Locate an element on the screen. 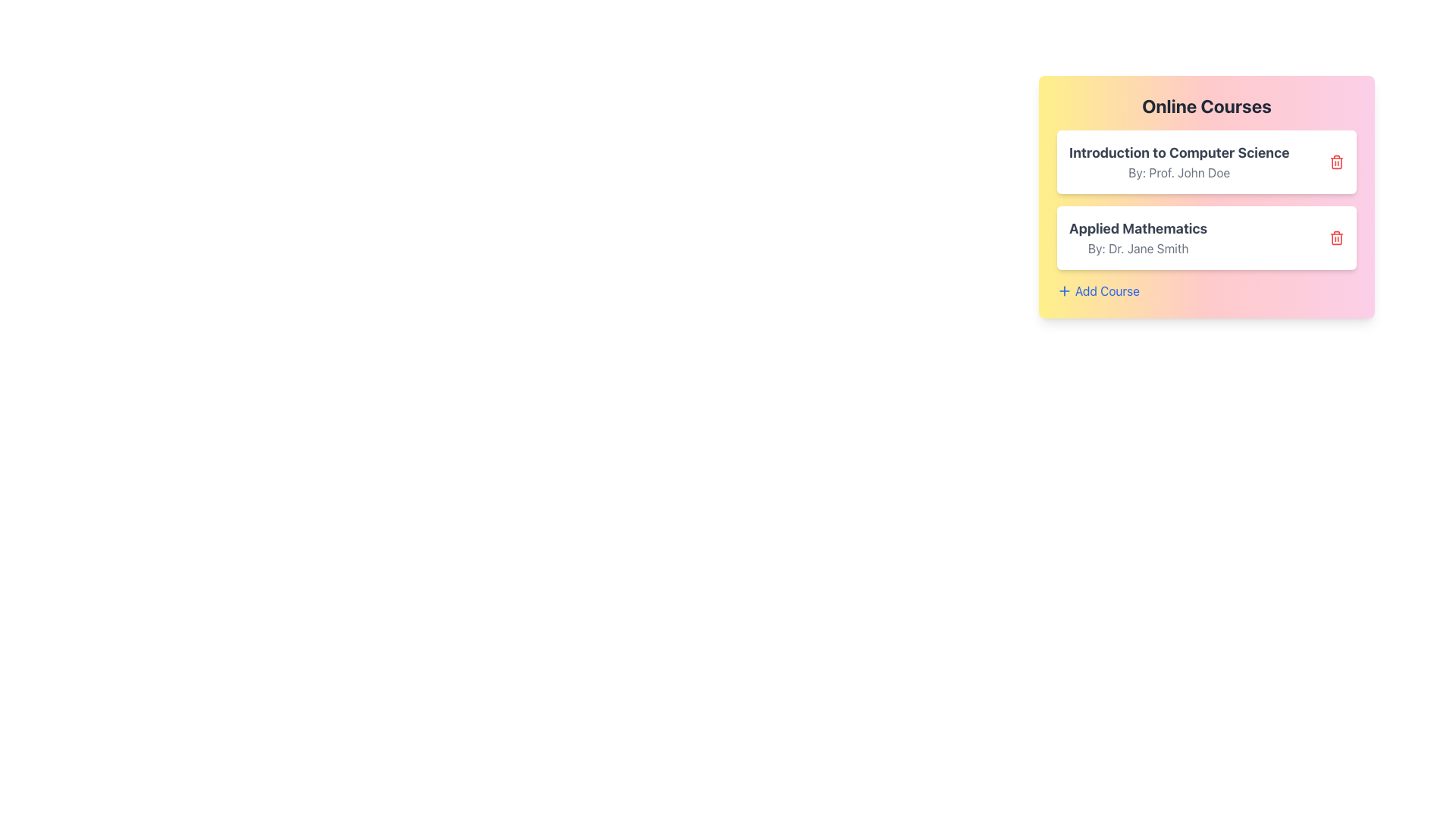  the text label displaying 'Introduction to Computer Science' which is styled in bold and dark gray, located in the topmost course card under the 'Online Courses' section is located at coordinates (1178, 152).